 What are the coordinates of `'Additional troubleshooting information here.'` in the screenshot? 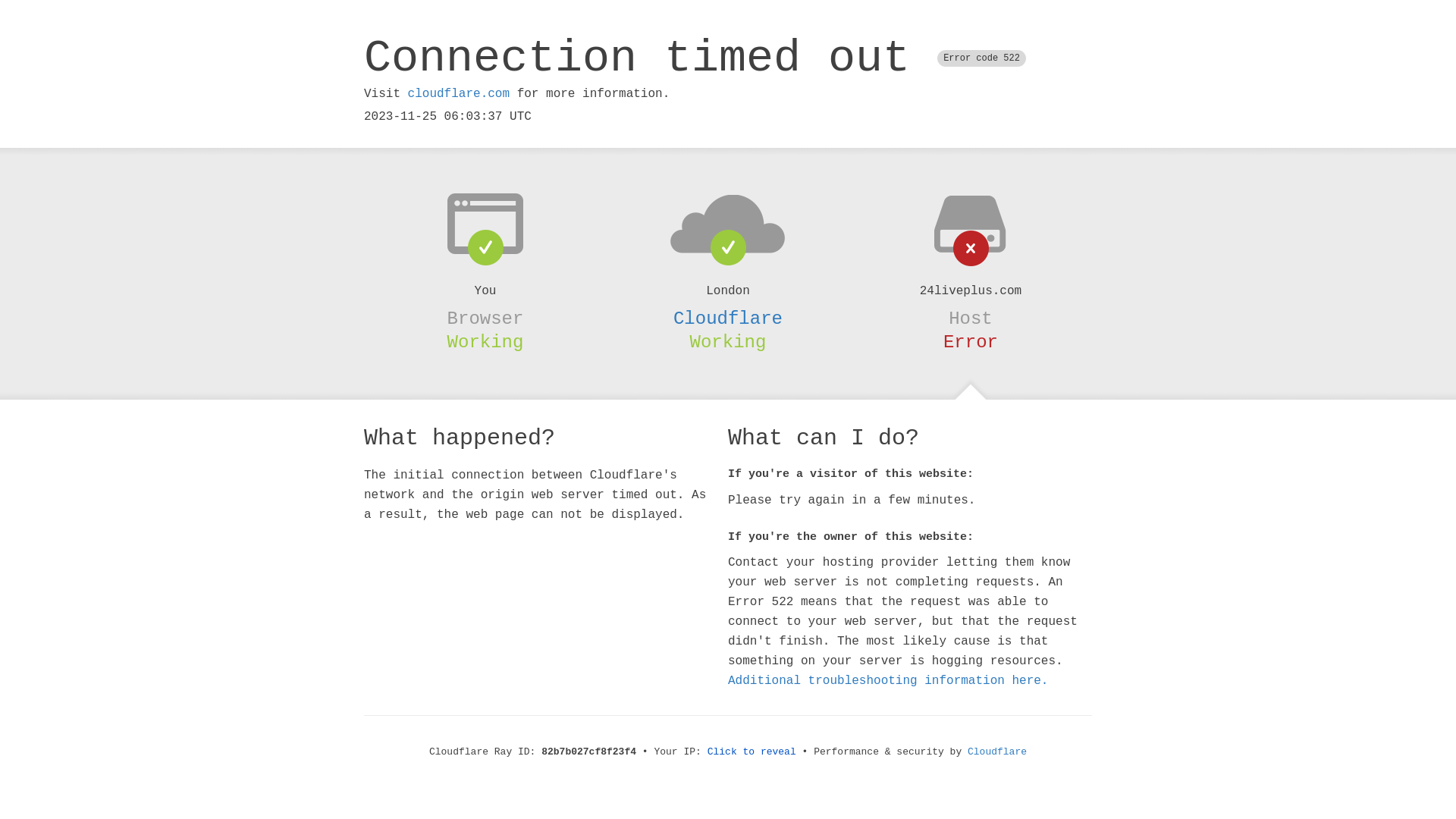 It's located at (888, 680).